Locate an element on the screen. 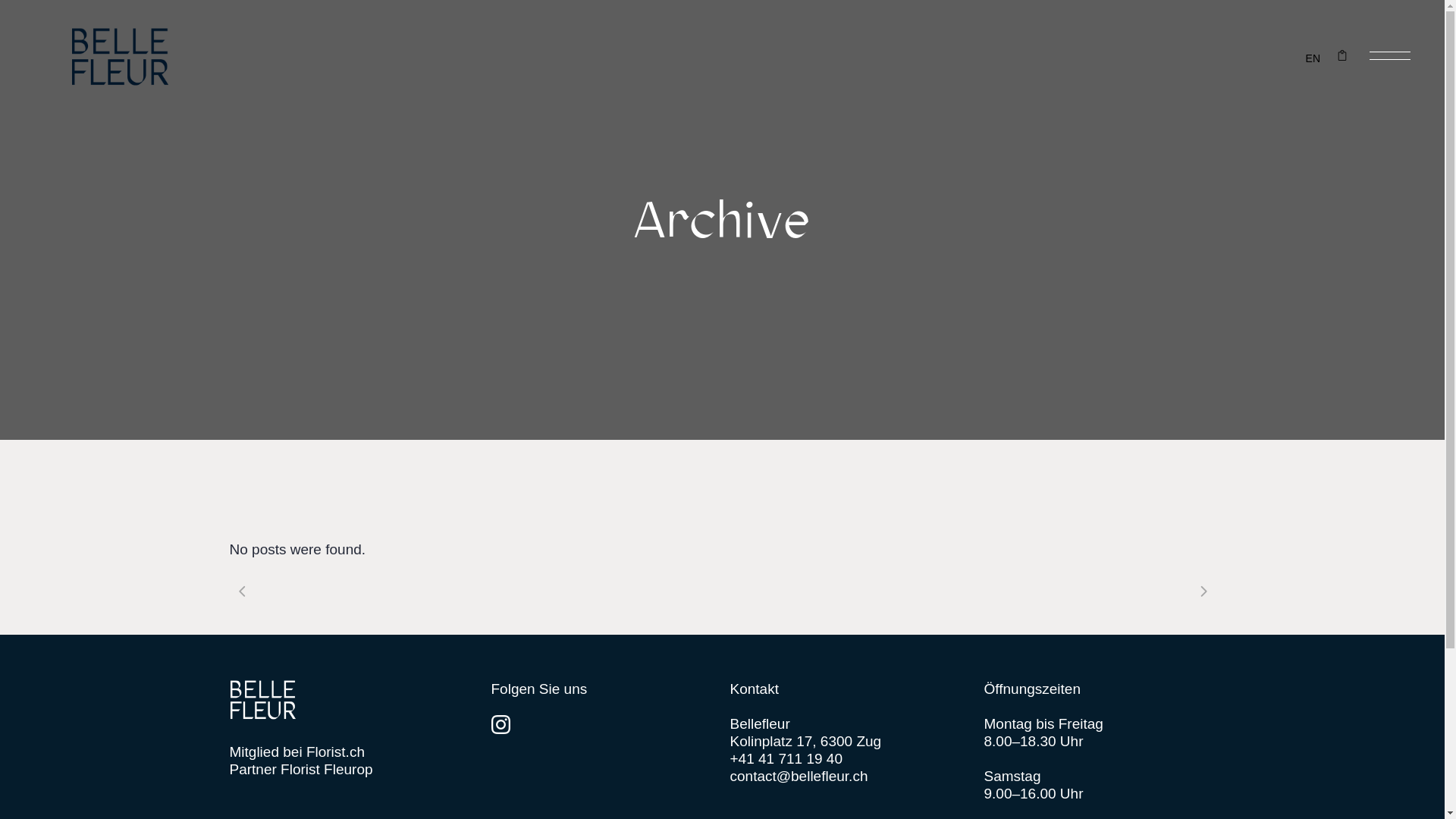 Image resolution: width=1456 pixels, height=819 pixels. 'Florist.ch' is located at coordinates (334, 752).